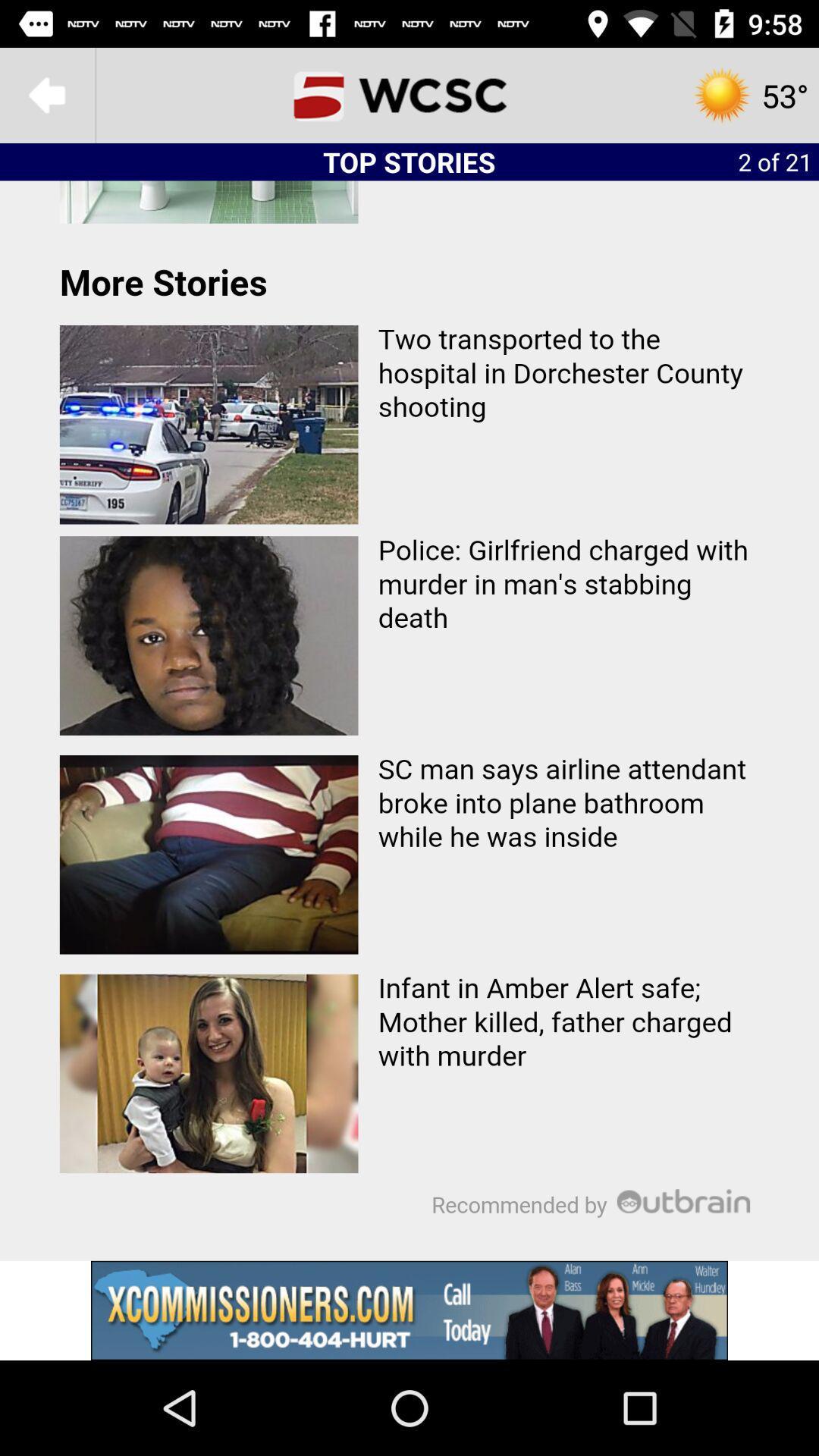  What do you see at coordinates (409, 94) in the screenshot?
I see `the item next to the 2 of 21 item` at bounding box center [409, 94].